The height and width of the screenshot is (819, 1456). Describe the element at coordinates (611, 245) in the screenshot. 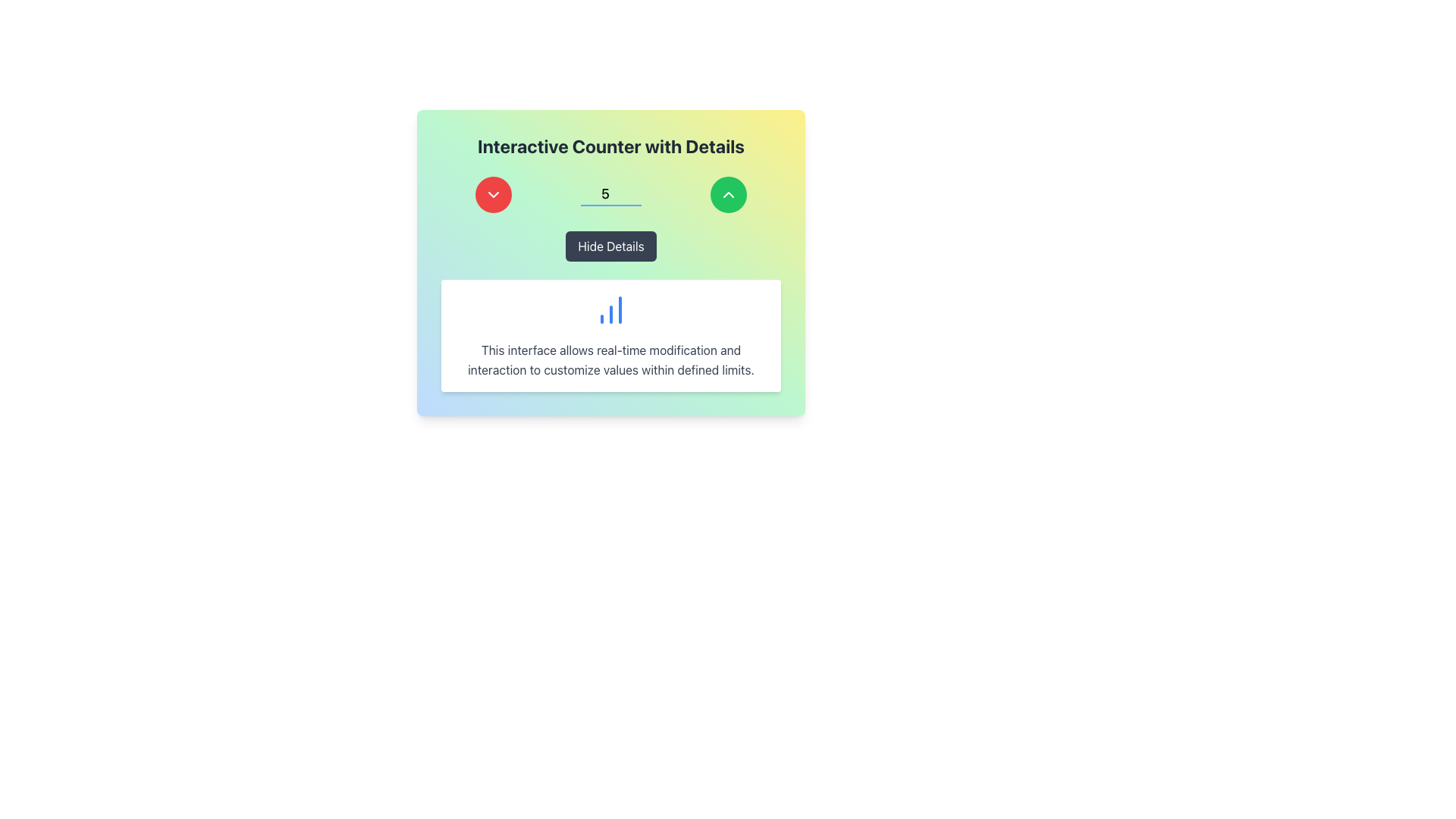

I see `the 'Hide Details' button, which is a rectangular button with a dark gray background and white text, located within the 'Interactive Counter with Details' panel` at that location.